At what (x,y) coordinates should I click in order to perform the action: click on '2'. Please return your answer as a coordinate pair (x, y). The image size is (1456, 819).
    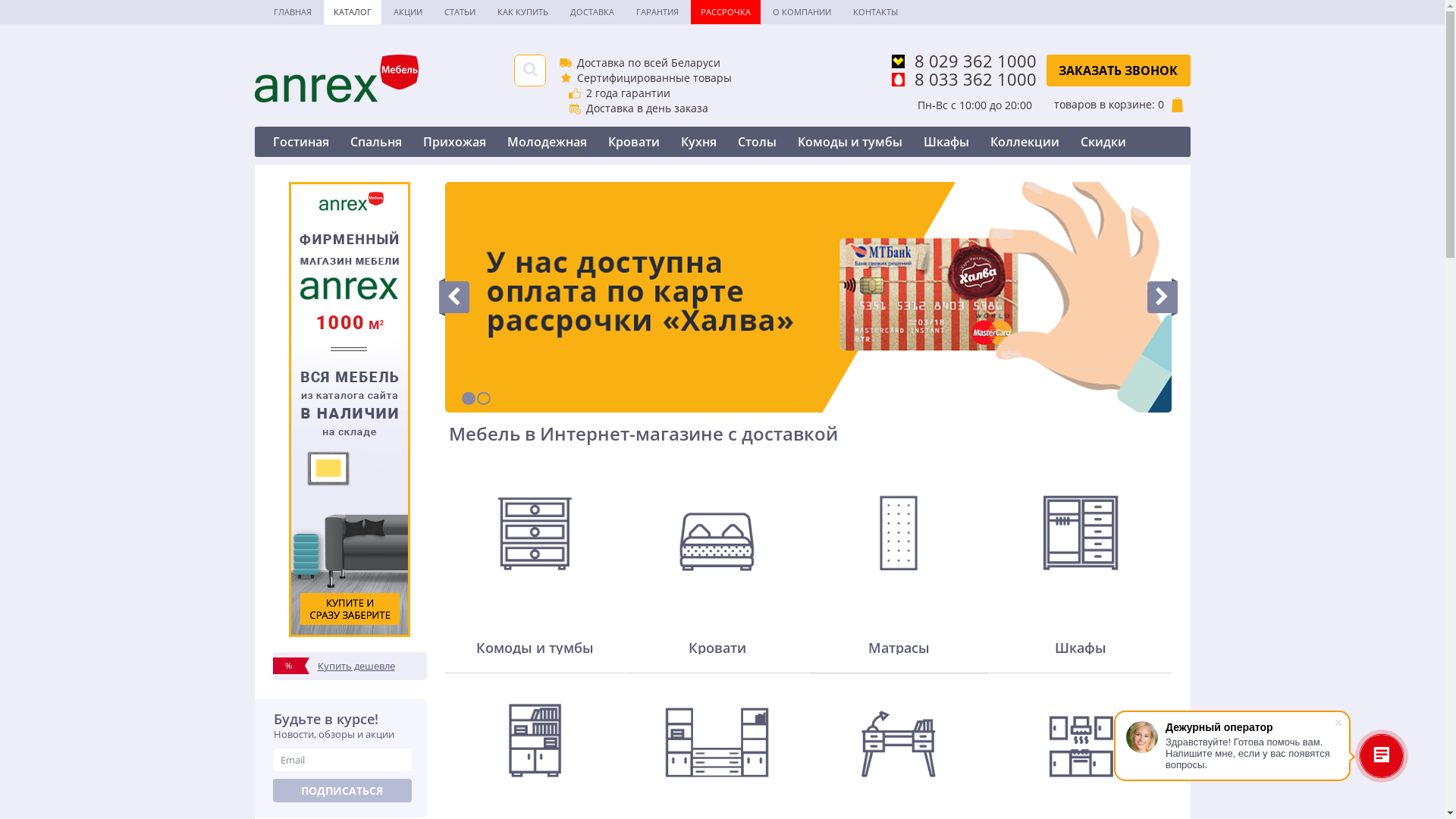
    Looking at the image, I should click on (482, 397).